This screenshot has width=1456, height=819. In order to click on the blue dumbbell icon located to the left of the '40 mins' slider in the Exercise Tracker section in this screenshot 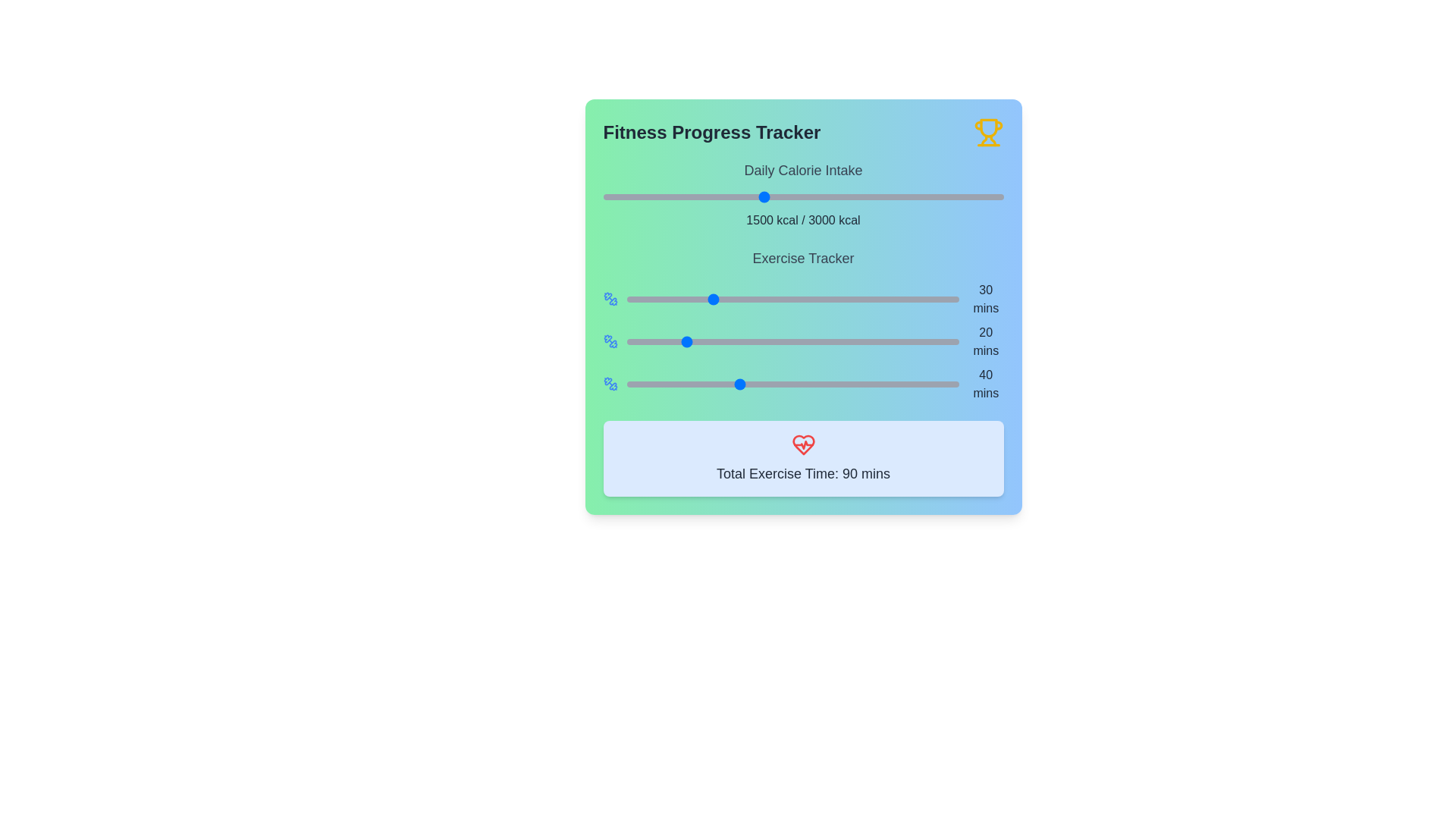, I will do `click(610, 383)`.